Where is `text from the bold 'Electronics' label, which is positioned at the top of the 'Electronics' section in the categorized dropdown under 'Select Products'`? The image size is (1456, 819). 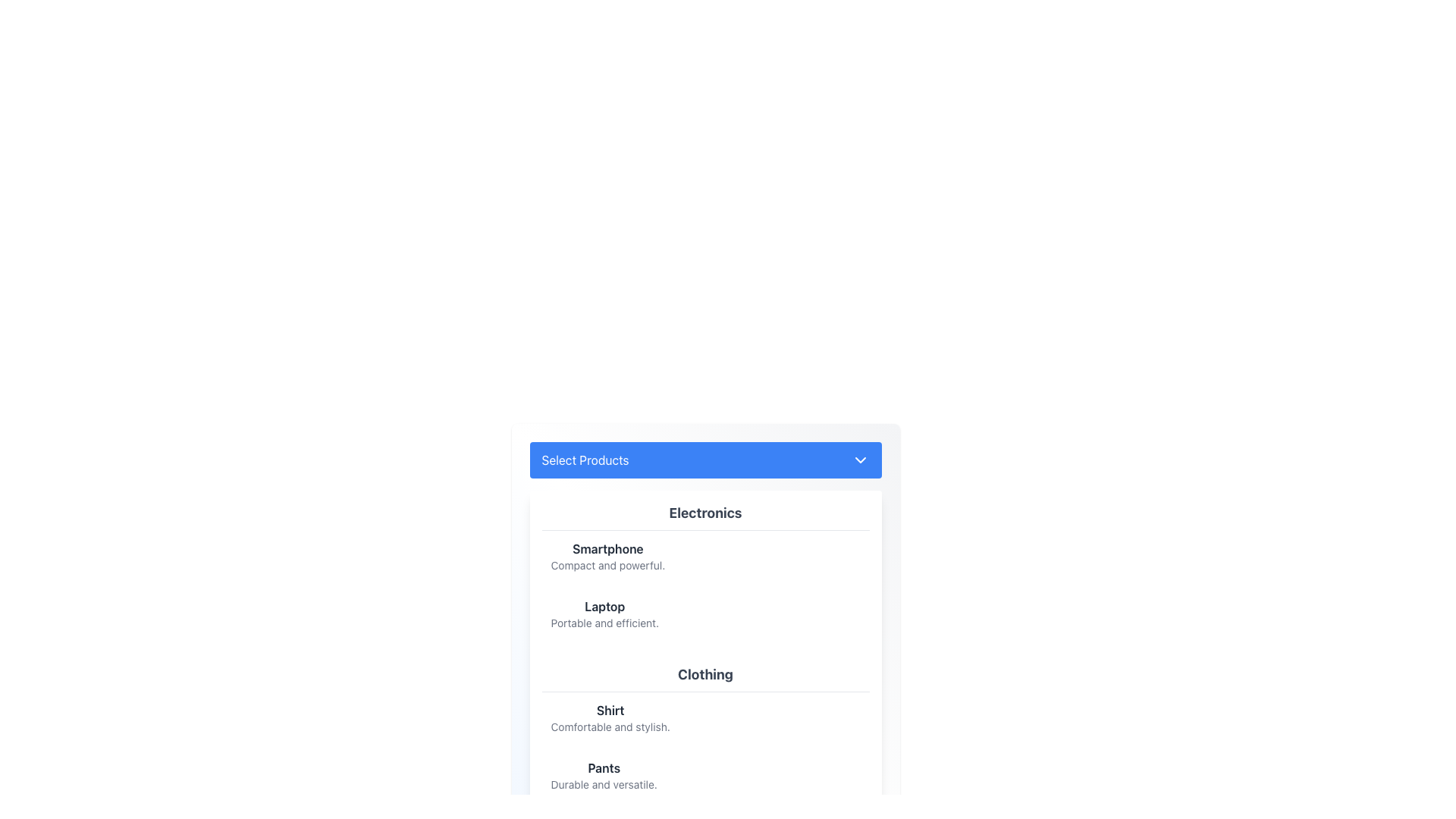
text from the bold 'Electronics' label, which is positioned at the top of the 'Electronics' section in the categorized dropdown under 'Select Products' is located at coordinates (704, 513).